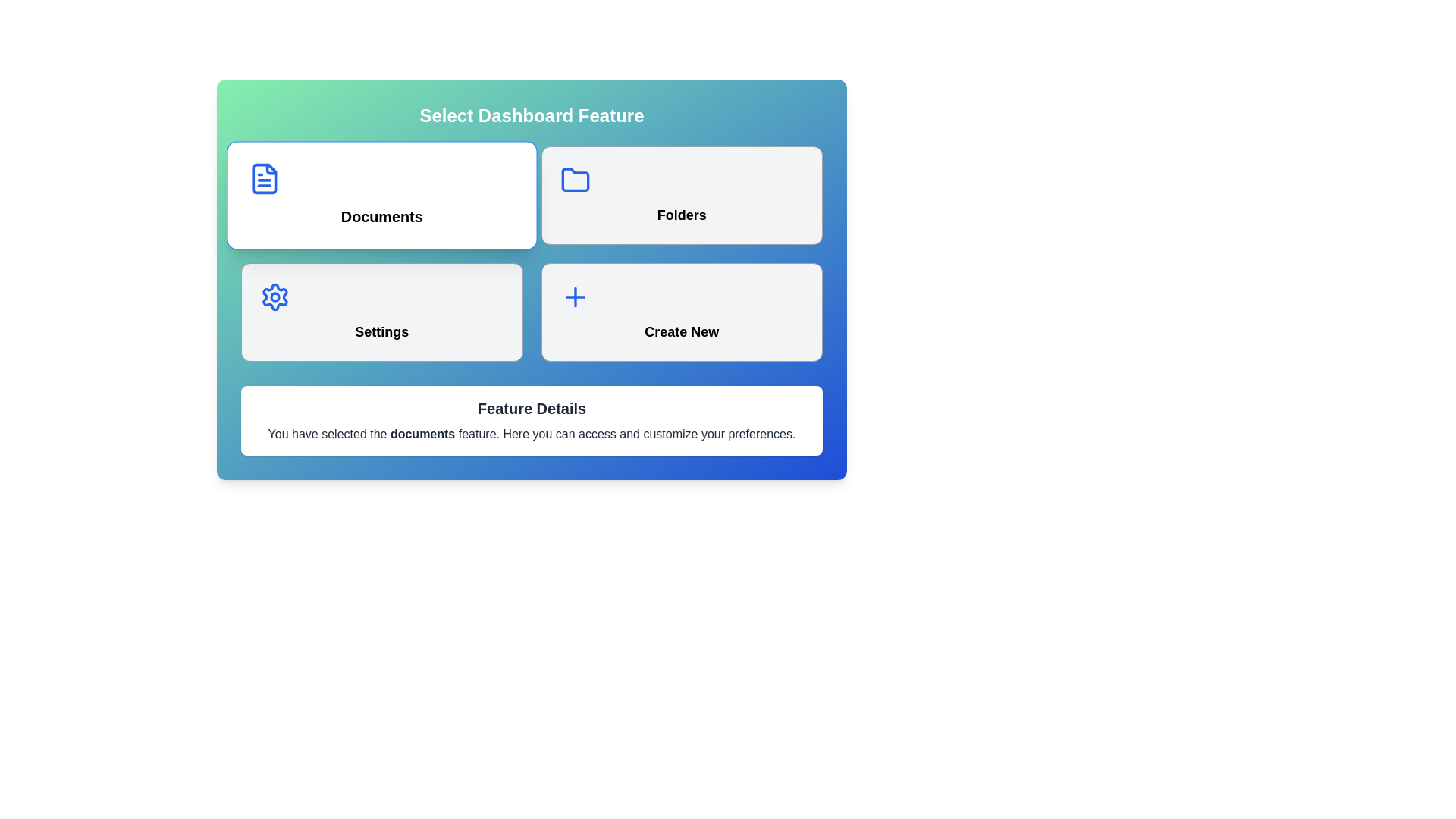  I want to click on the 'Settings' icon located in the lower-left quadrant of the dashboard interface, so click(275, 297).